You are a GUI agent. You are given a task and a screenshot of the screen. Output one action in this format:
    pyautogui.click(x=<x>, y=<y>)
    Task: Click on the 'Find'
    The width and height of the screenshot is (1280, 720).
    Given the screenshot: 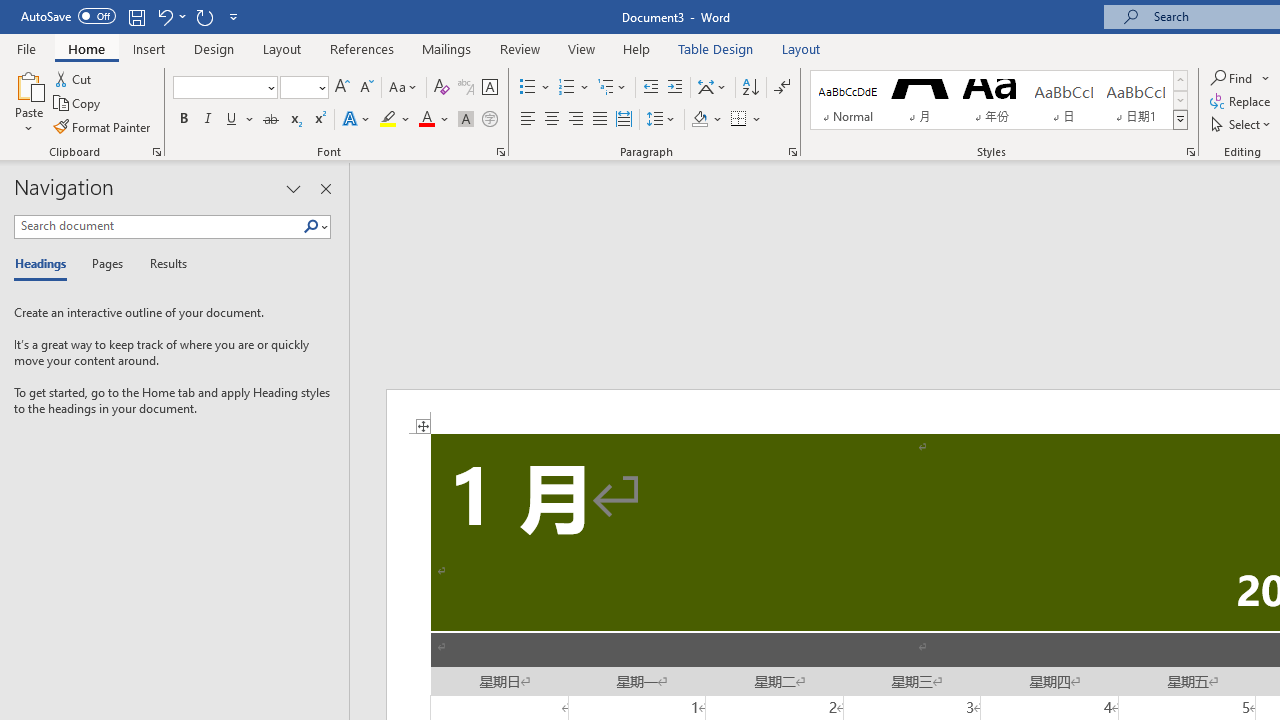 What is the action you would take?
    pyautogui.click(x=1232, y=77)
    